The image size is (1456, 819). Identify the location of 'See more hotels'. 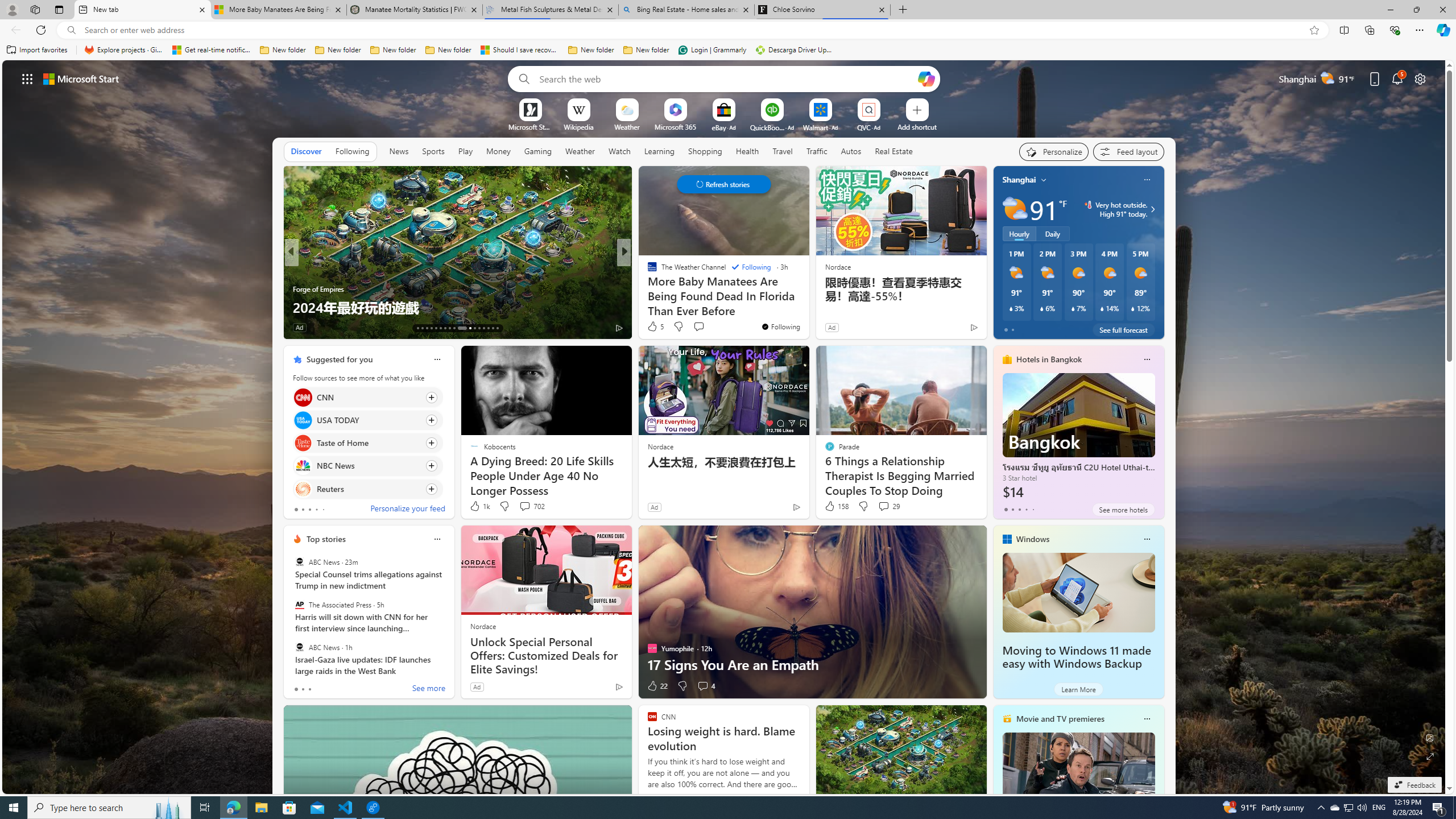
(1123, 510).